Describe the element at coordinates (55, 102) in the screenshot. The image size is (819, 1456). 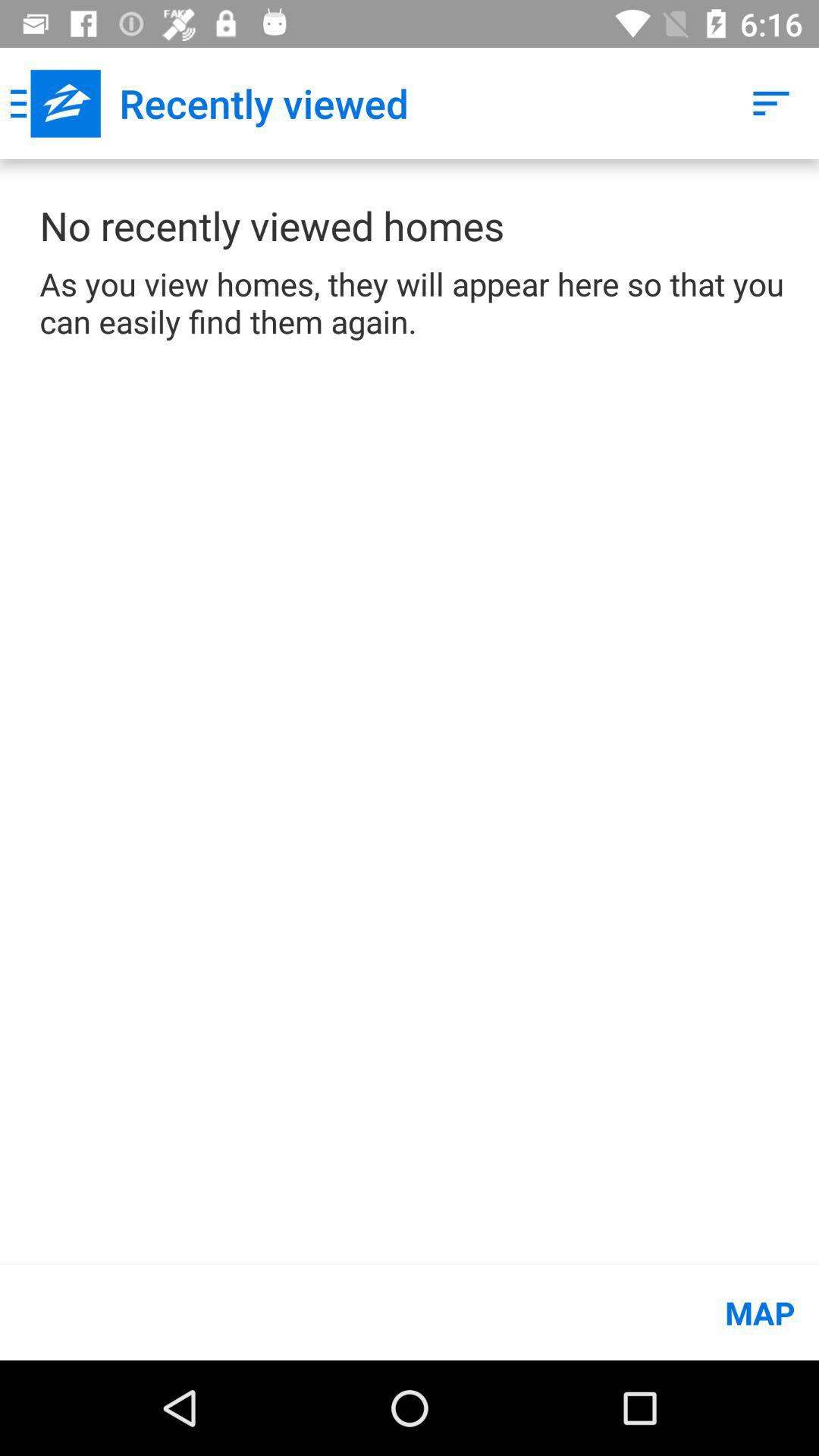
I see `item above the no recently viewed item` at that location.